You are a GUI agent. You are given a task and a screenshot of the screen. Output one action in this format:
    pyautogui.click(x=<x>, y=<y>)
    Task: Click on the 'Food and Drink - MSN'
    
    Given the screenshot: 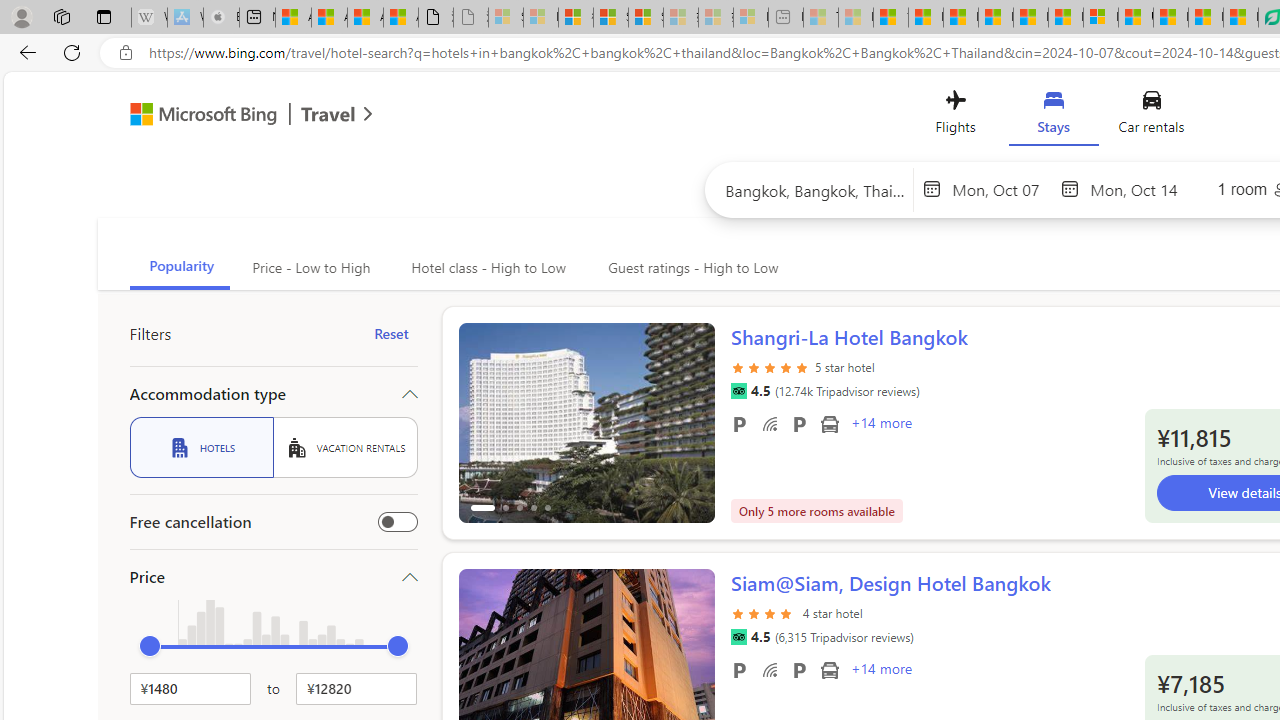 What is the action you would take?
    pyautogui.click(x=925, y=17)
    